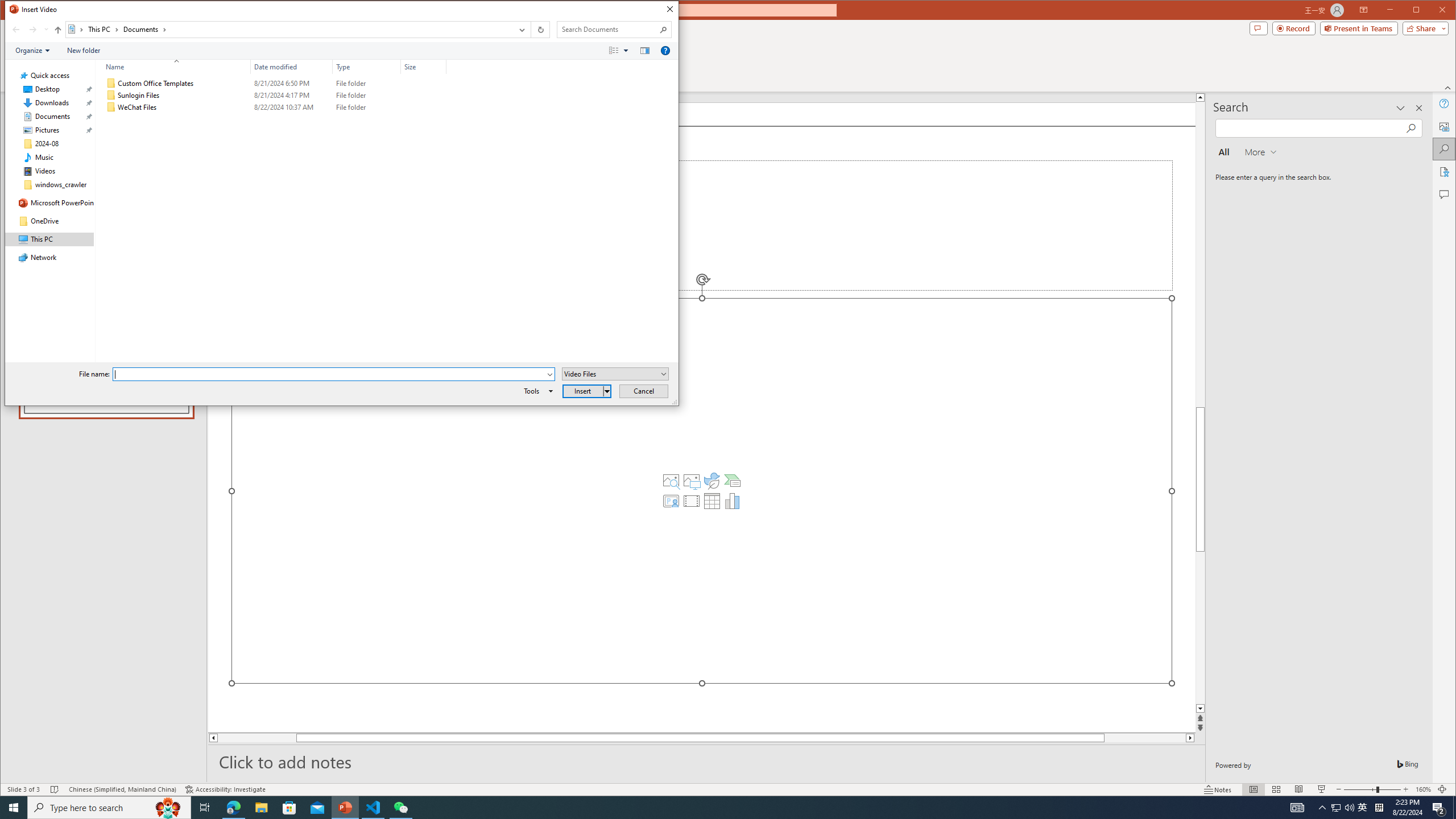 The image size is (1456, 819). Describe the element at coordinates (144, 28) in the screenshot. I see `'Documents'` at that location.